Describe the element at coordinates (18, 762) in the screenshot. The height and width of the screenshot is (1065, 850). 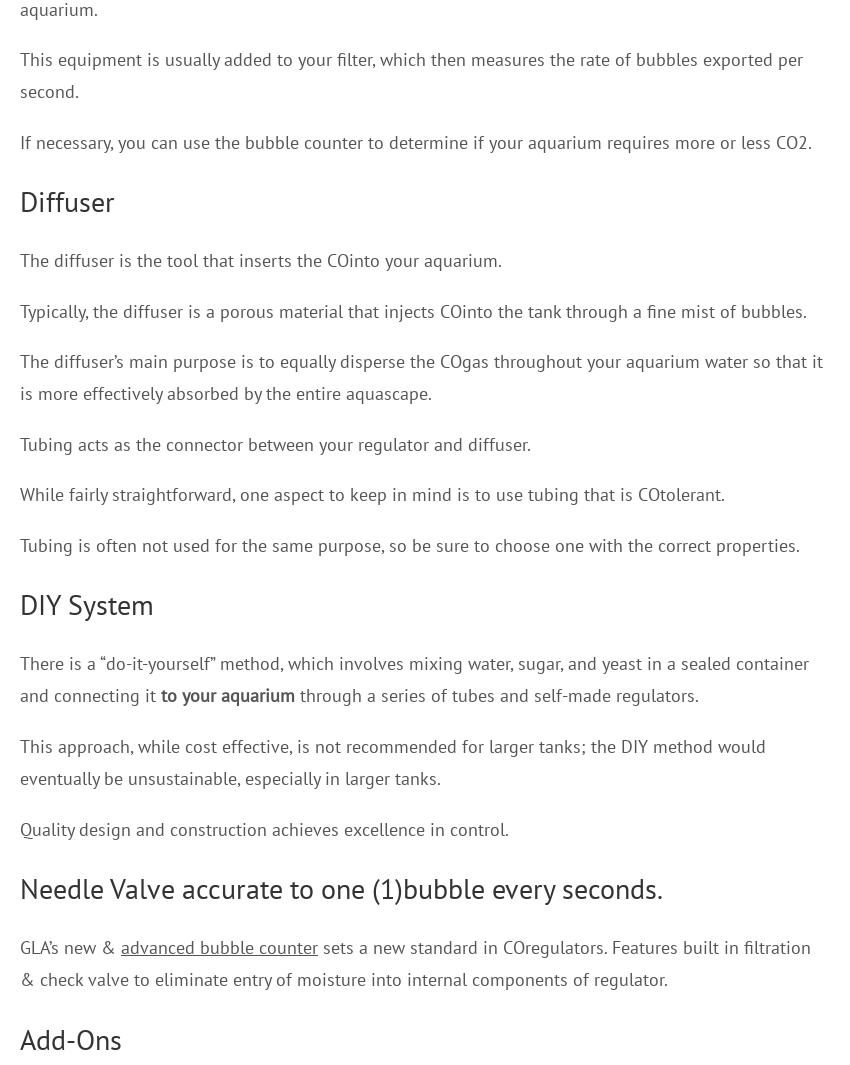
I see `'This approach, while cost effective, is not recommended for larger tanks; the DIY method would eventually be unsustainable, especially in larger tanks.'` at that location.